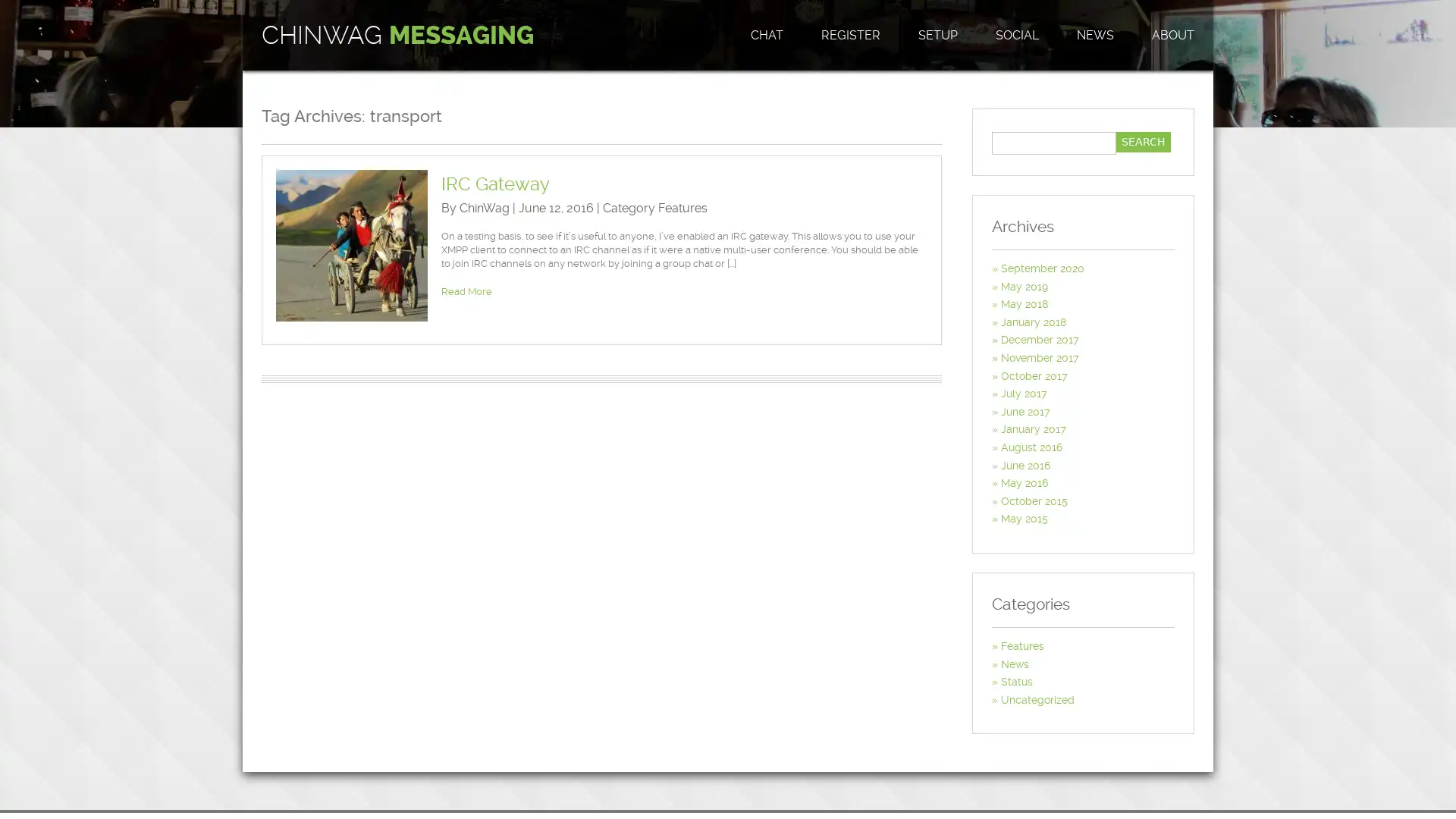 This screenshot has height=819, width=1456. What do you see at coordinates (1143, 142) in the screenshot?
I see `Search` at bounding box center [1143, 142].